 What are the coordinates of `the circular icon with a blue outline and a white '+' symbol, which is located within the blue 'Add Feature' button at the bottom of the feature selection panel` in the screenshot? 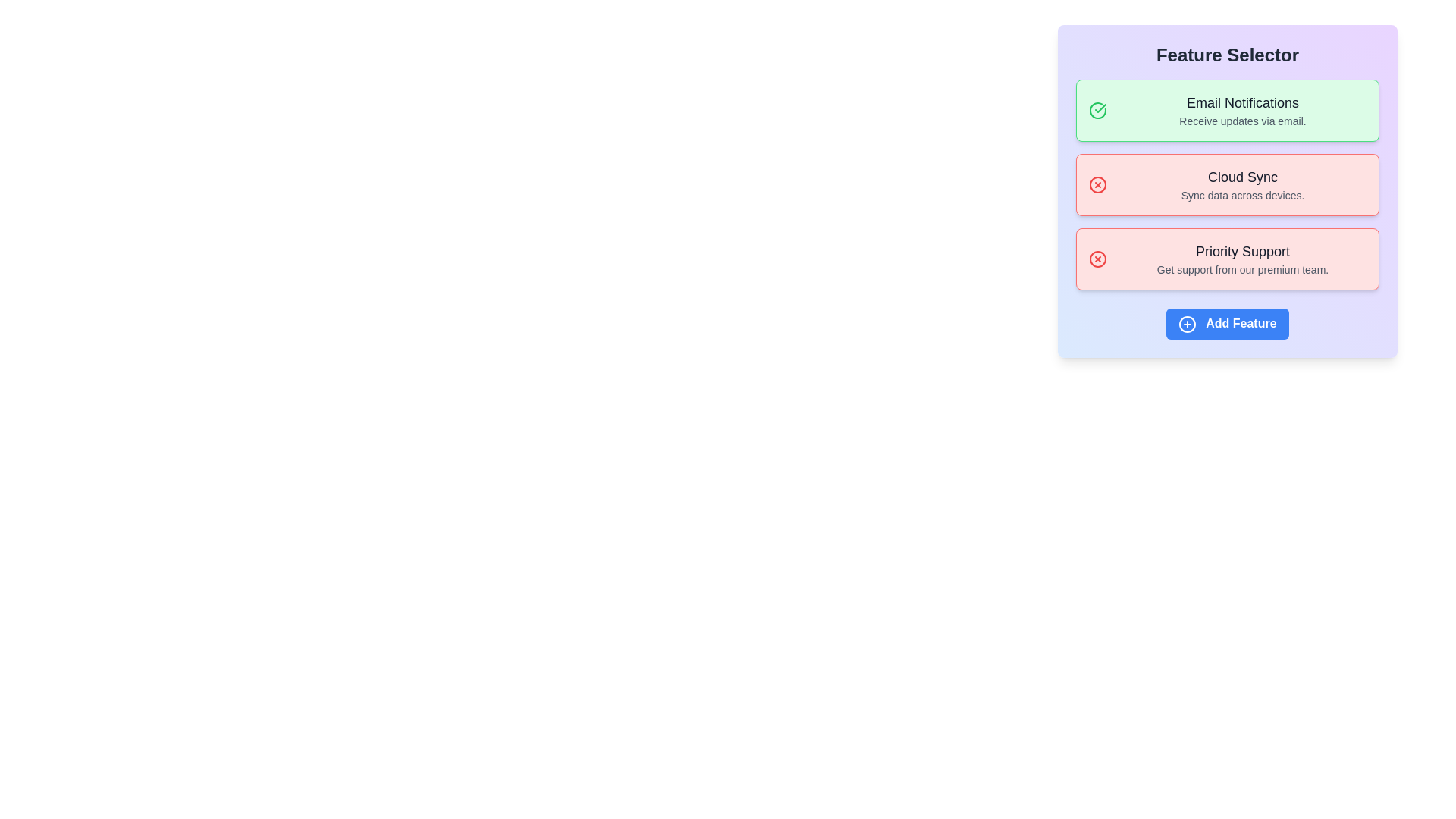 It's located at (1187, 323).